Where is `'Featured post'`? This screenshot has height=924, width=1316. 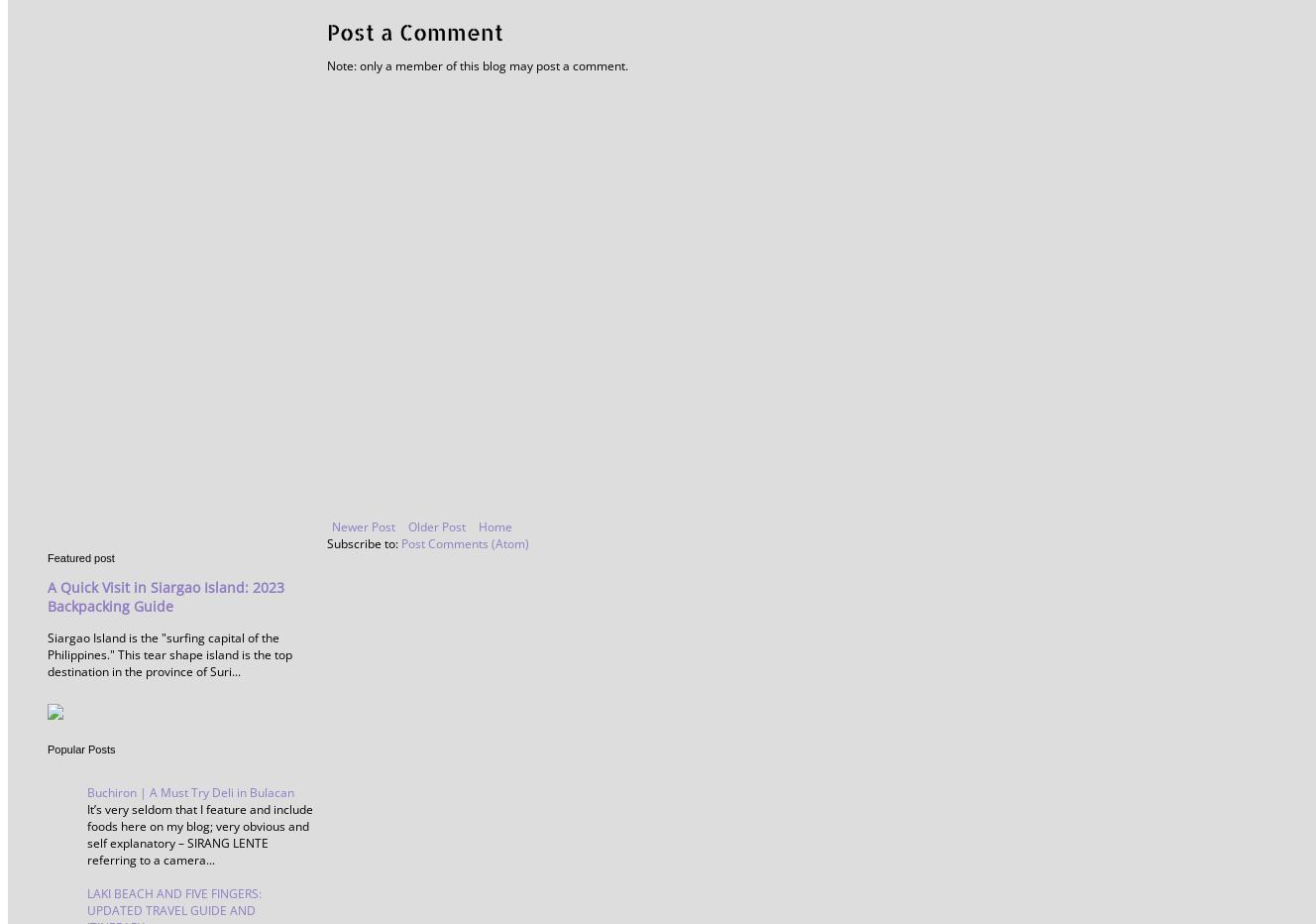 'Featured post' is located at coordinates (80, 556).